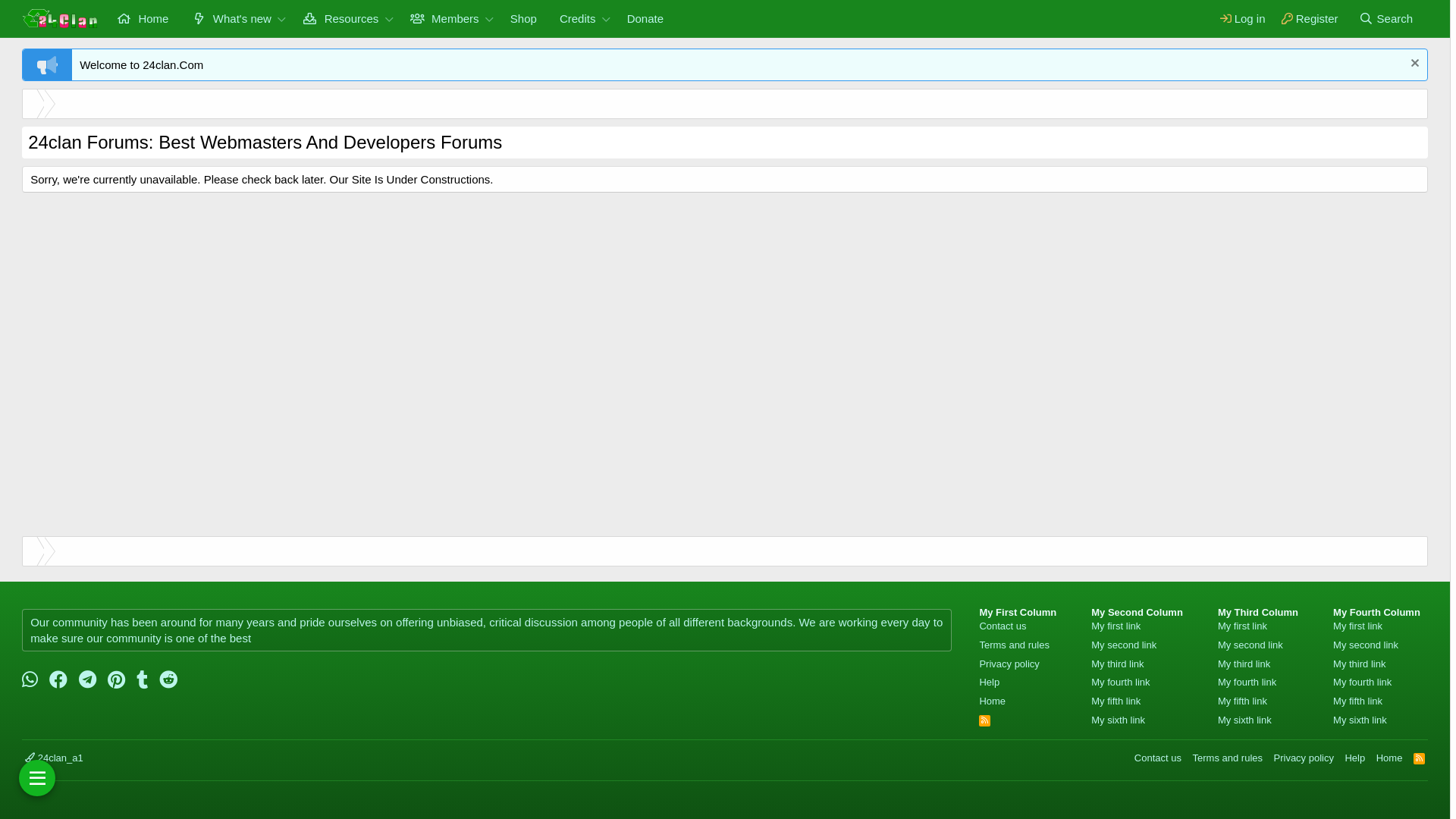 This screenshot has height=819, width=1456. I want to click on 'Members', so click(439, 18).